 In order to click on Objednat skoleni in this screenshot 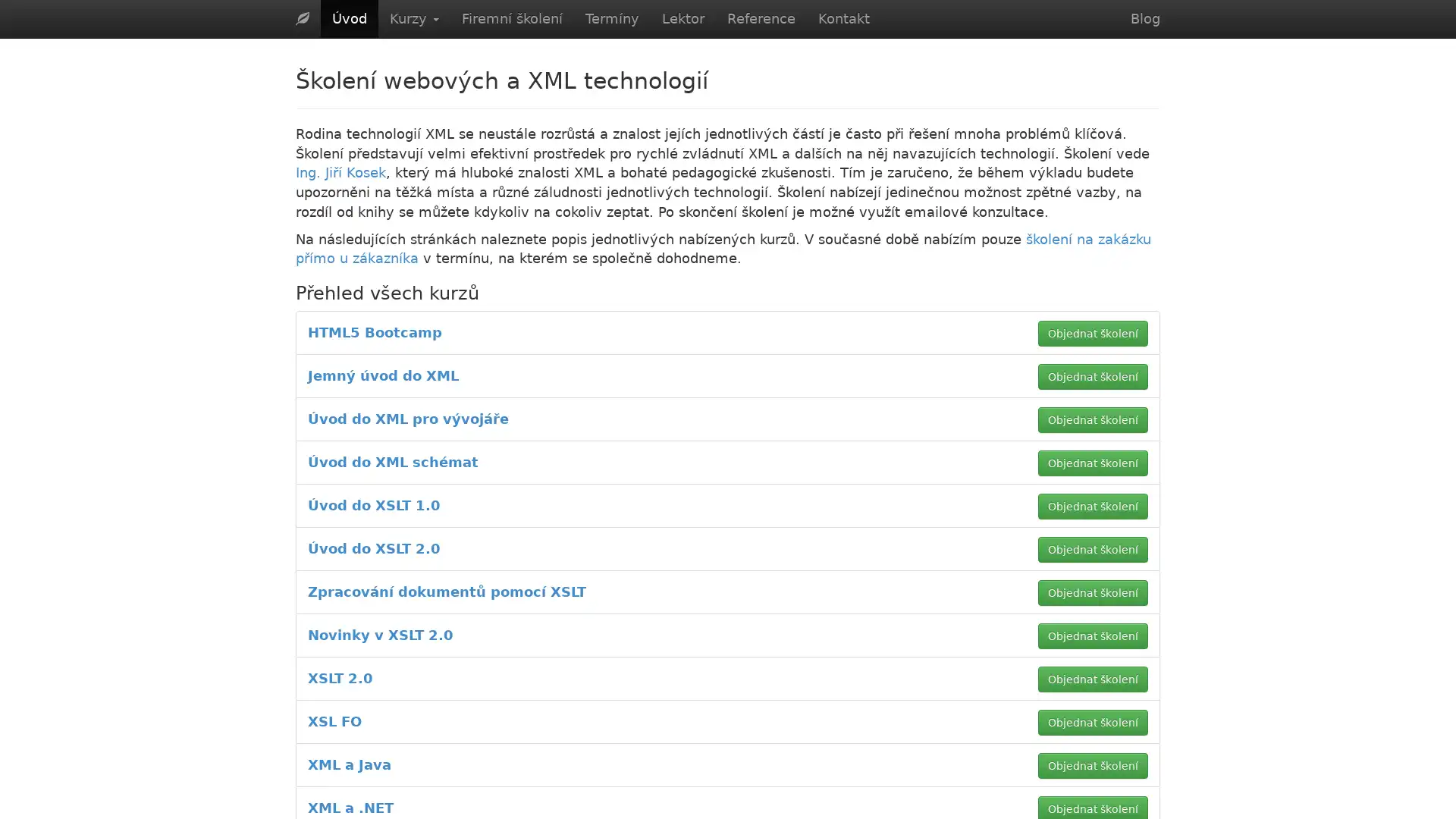, I will do `click(1093, 721)`.